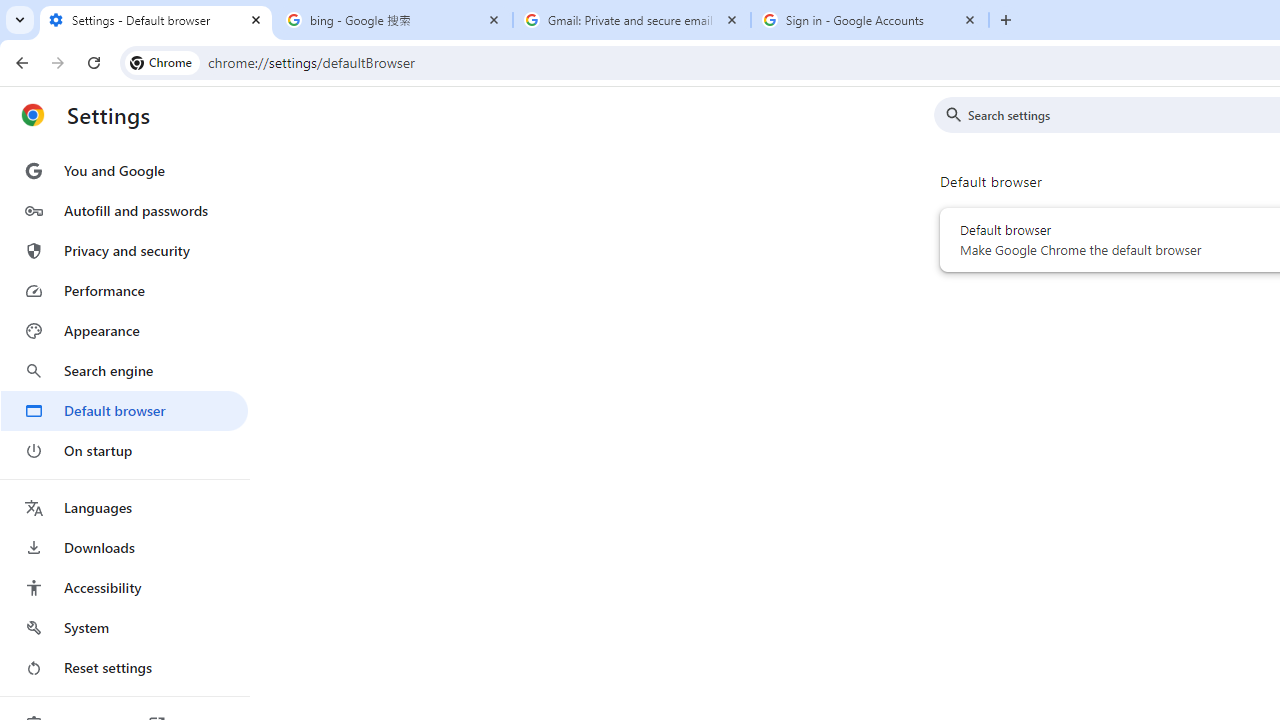  I want to click on 'Settings - Default browser', so click(155, 20).